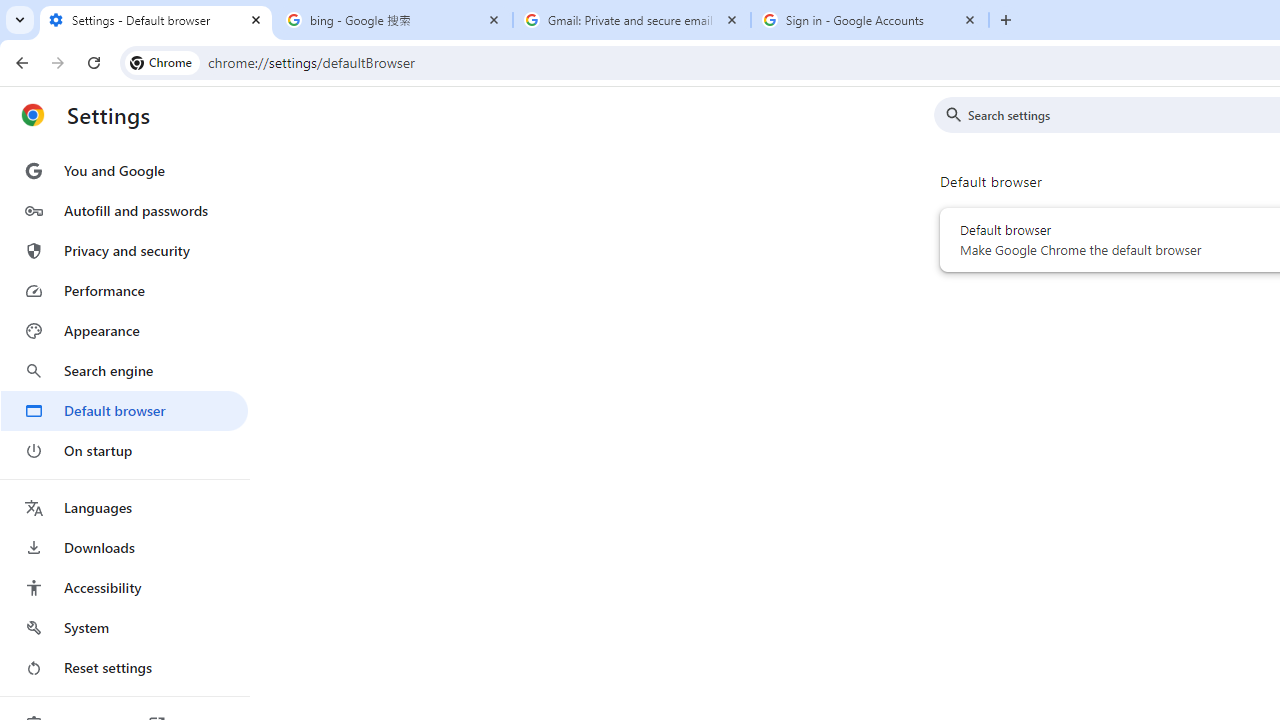  I want to click on 'Settings - Default browser', so click(155, 20).